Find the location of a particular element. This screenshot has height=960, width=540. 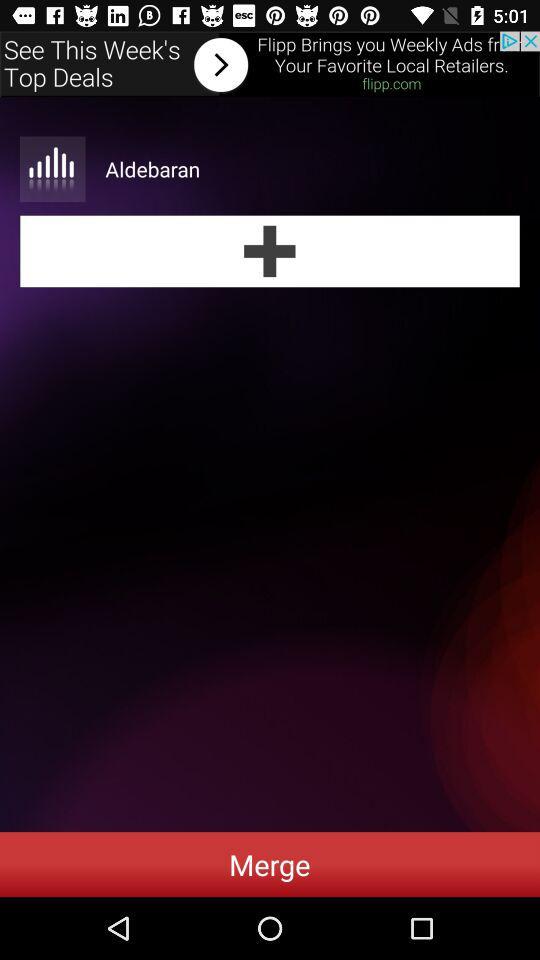

next is located at coordinates (270, 64).